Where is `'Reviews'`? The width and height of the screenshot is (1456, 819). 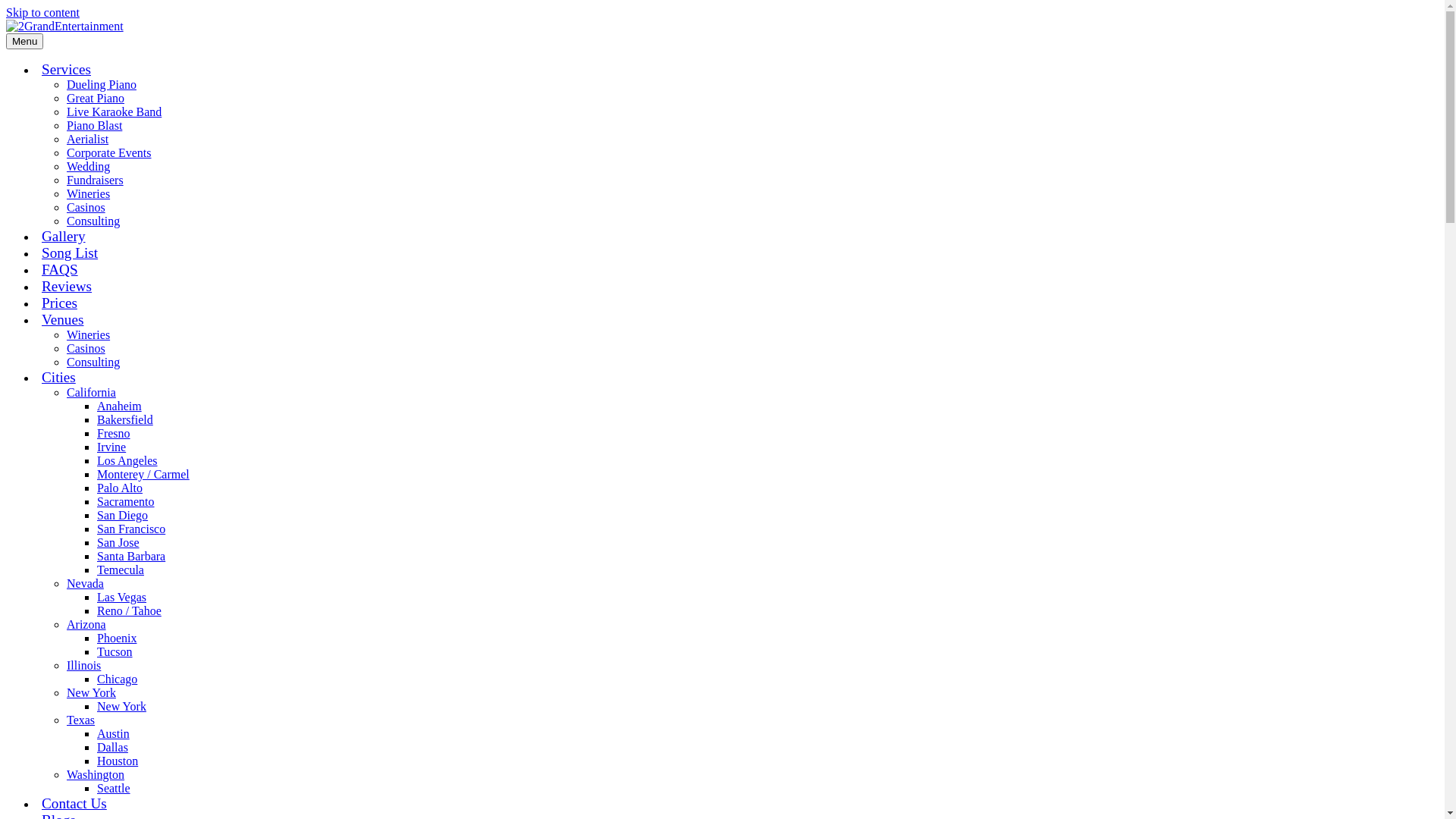
'Reviews' is located at coordinates (65, 286).